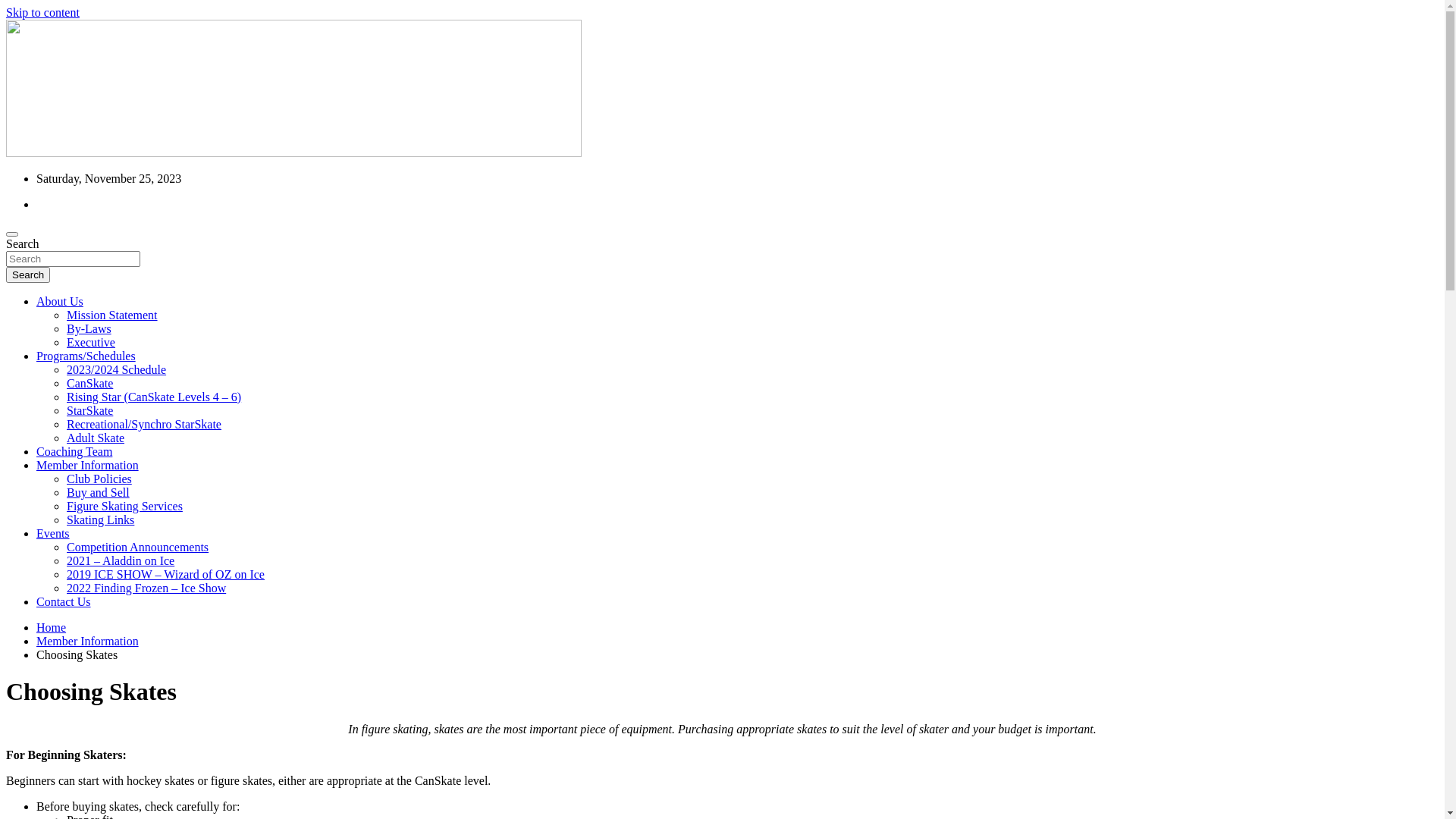 This screenshot has width=1456, height=819. Describe the element at coordinates (36, 464) in the screenshot. I see `'Member Information'` at that location.